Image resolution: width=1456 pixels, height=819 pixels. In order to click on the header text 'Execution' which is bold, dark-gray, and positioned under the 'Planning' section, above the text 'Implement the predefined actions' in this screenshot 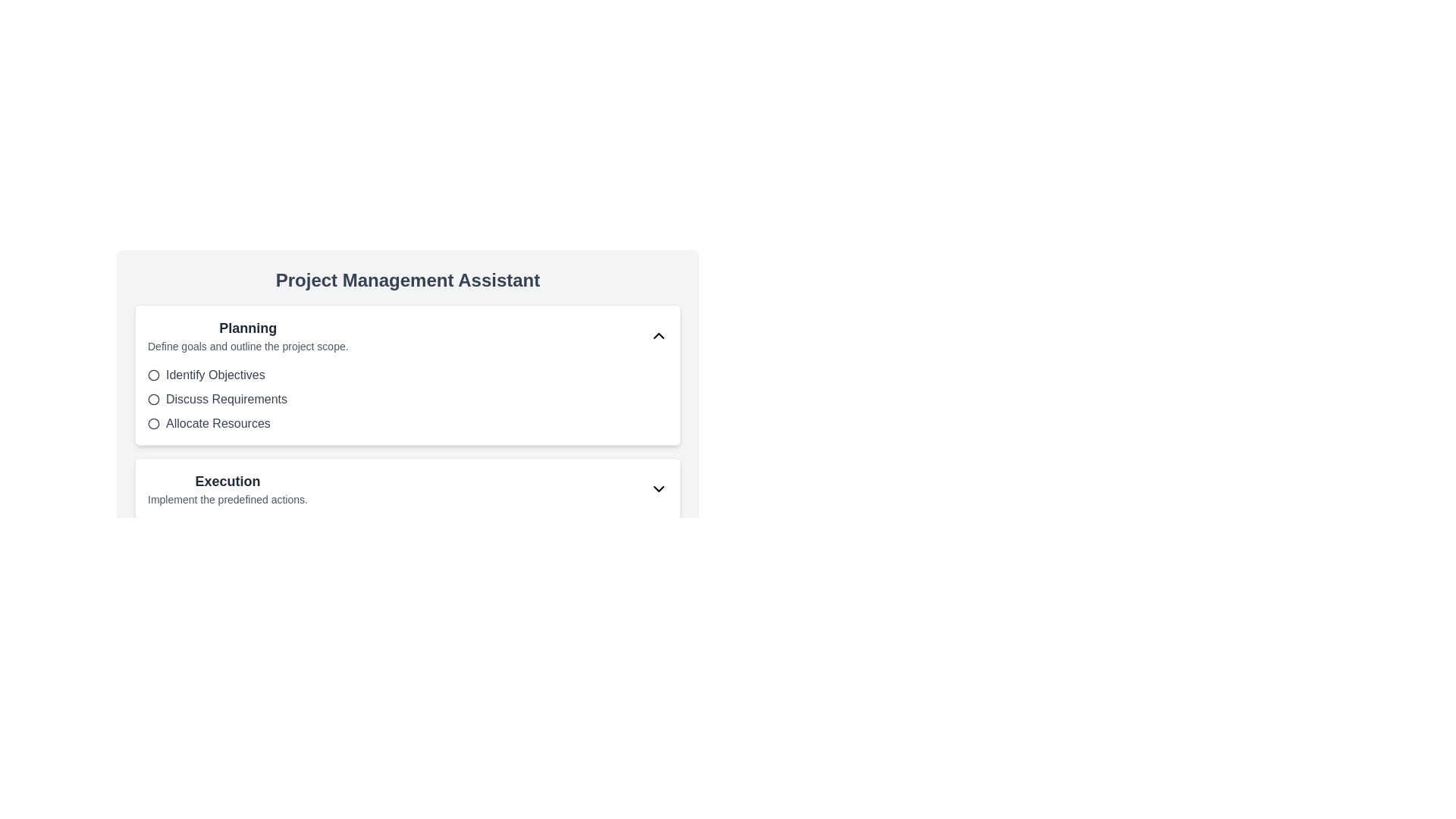, I will do `click(227, 482)`.